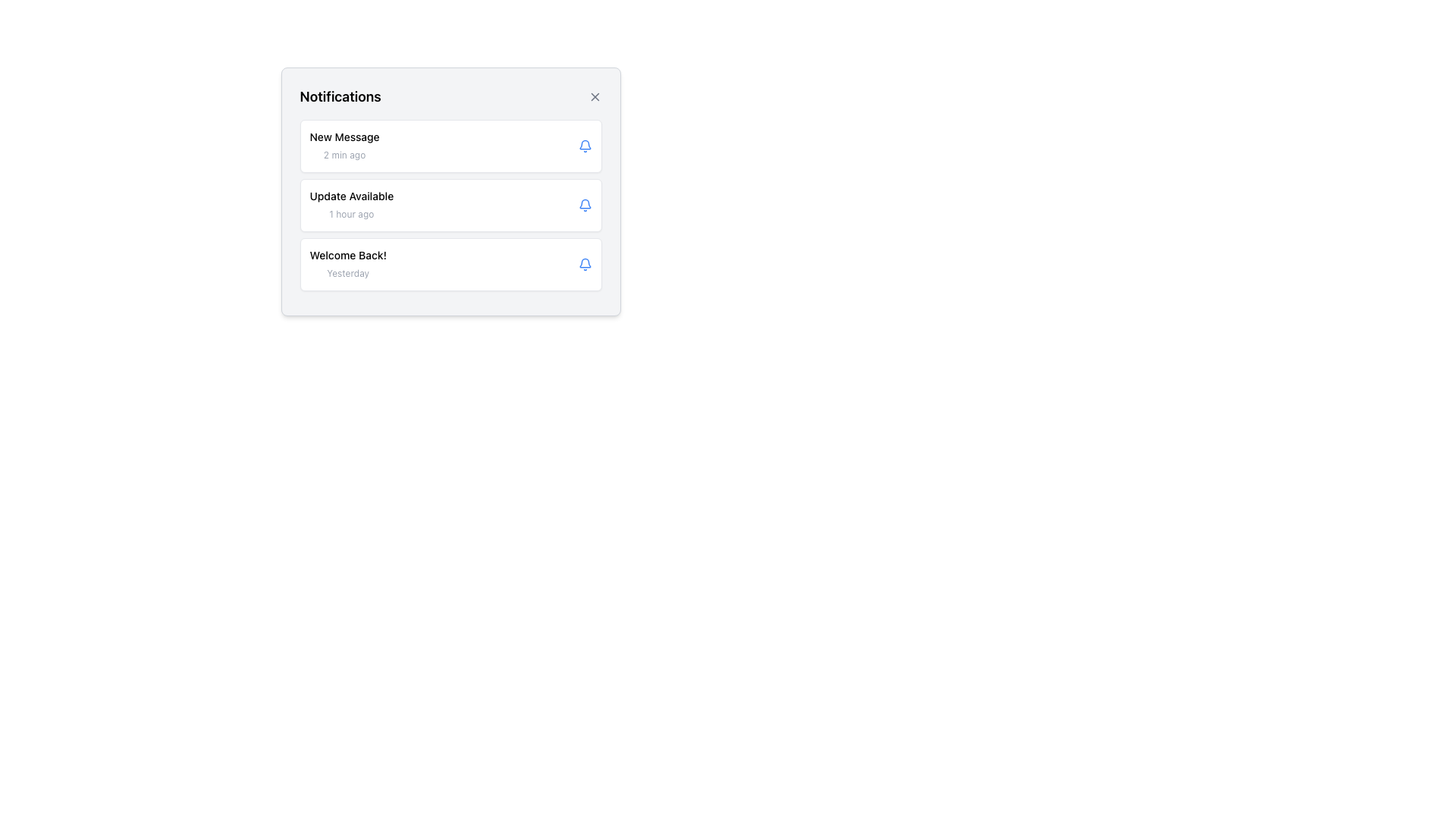 The height and width of the screenshot is (819, 1456). Describe the element at coordinates (594, 96) in the screenshot. I see `the Close Icon located at the top-right corner of the notification dialog box, which serves as a functional close button` at that location.